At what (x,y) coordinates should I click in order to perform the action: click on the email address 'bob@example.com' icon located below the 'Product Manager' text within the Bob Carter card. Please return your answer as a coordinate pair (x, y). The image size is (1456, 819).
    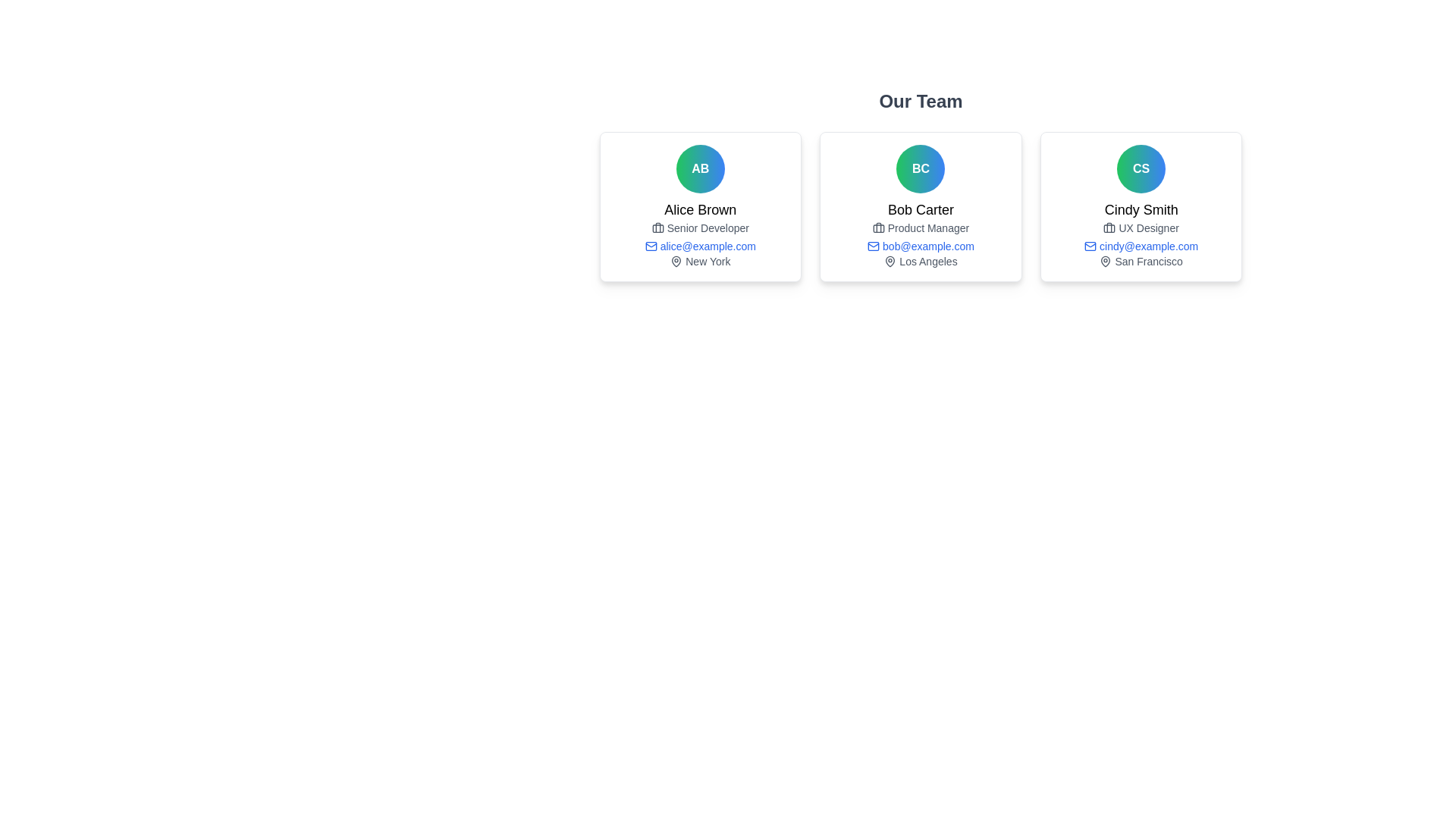
    Looking at the image, I should click on (920, 245).